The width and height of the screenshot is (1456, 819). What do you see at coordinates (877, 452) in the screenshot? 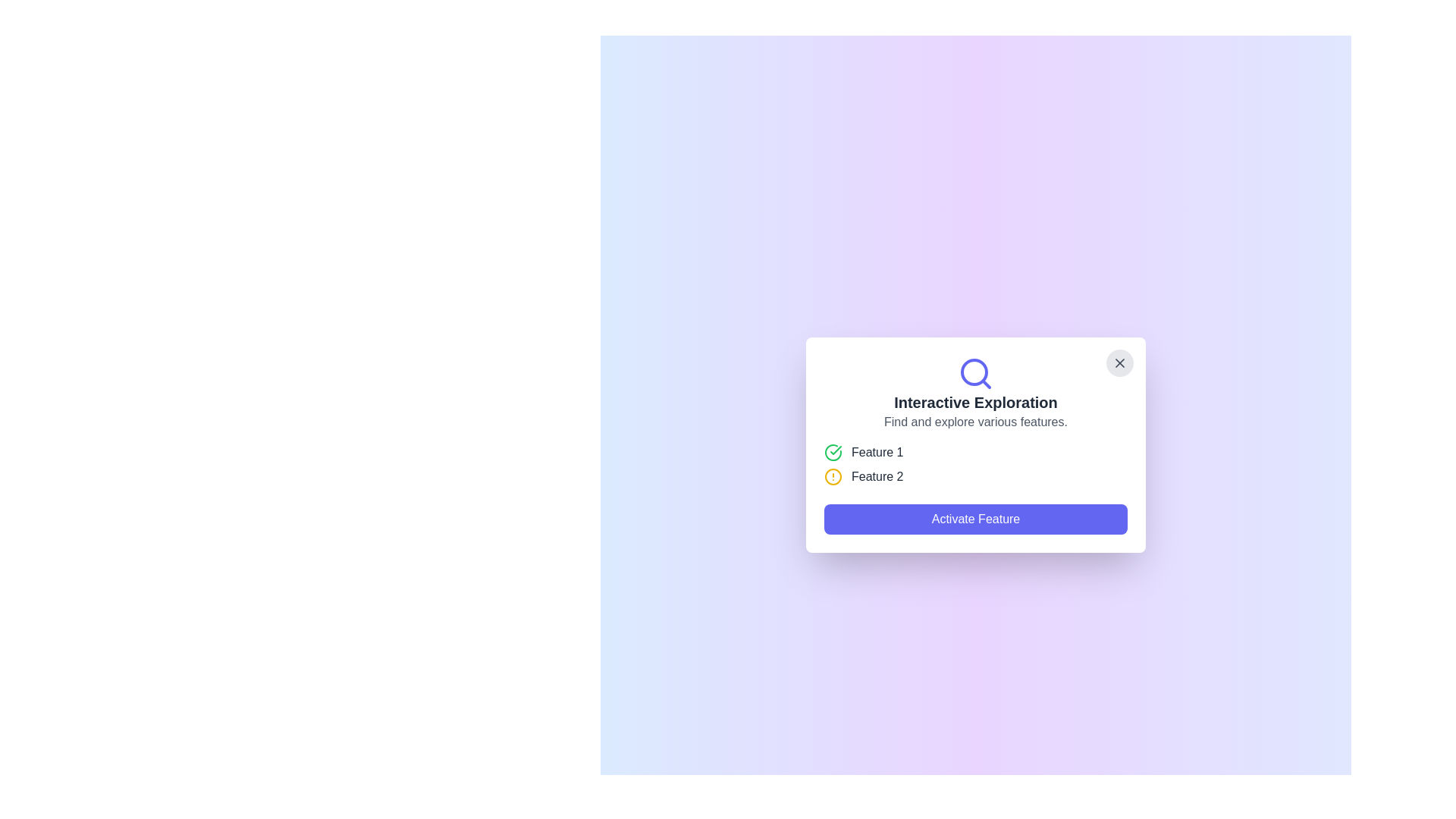
I see `the text label that reads 'Feature 1', which is displayed in dark-gray font next to a green checkmark icon` at bounding box center [877, 452].